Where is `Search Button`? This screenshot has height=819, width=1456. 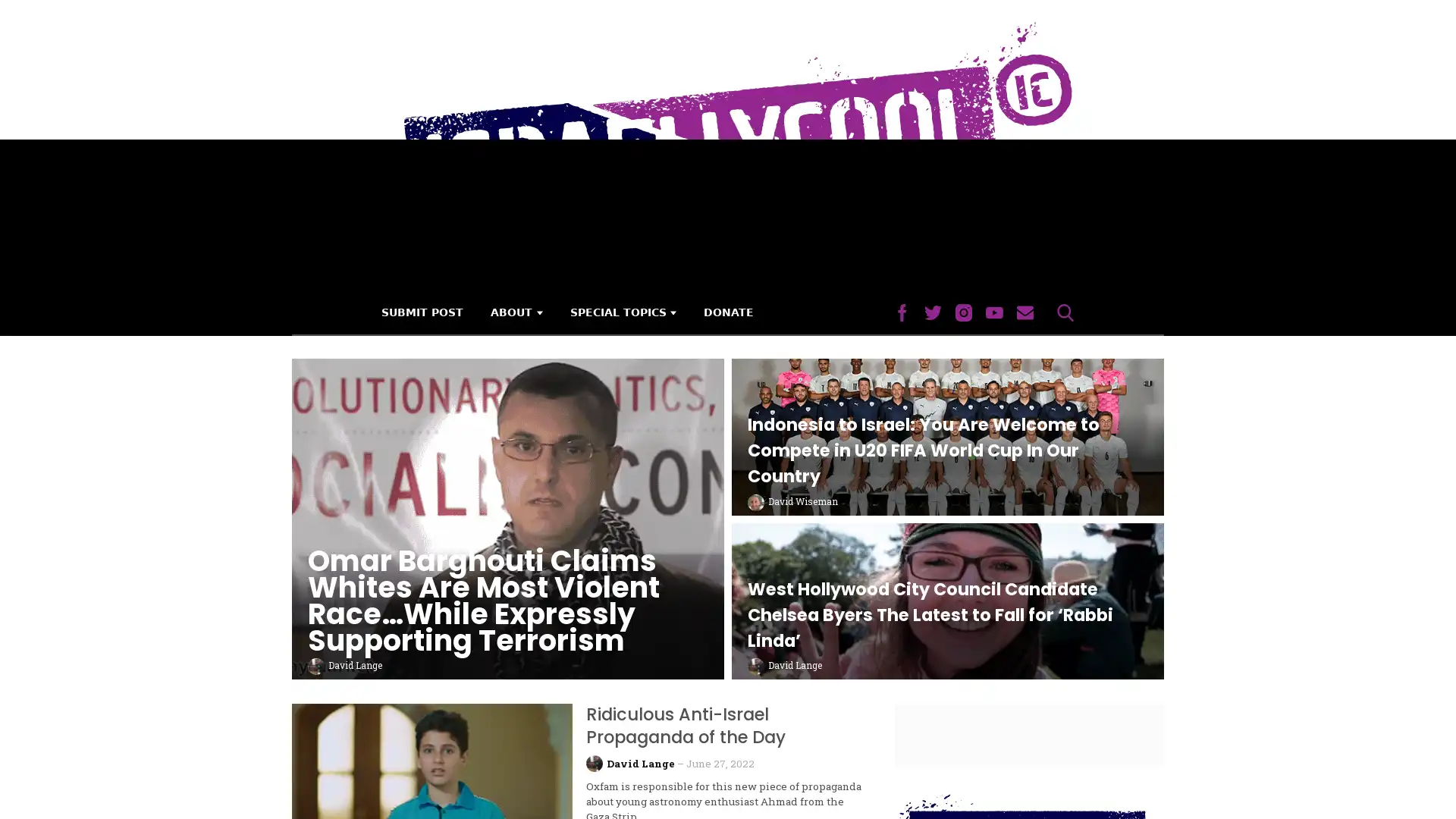
Search Button is located at coordinates (1064, 312).